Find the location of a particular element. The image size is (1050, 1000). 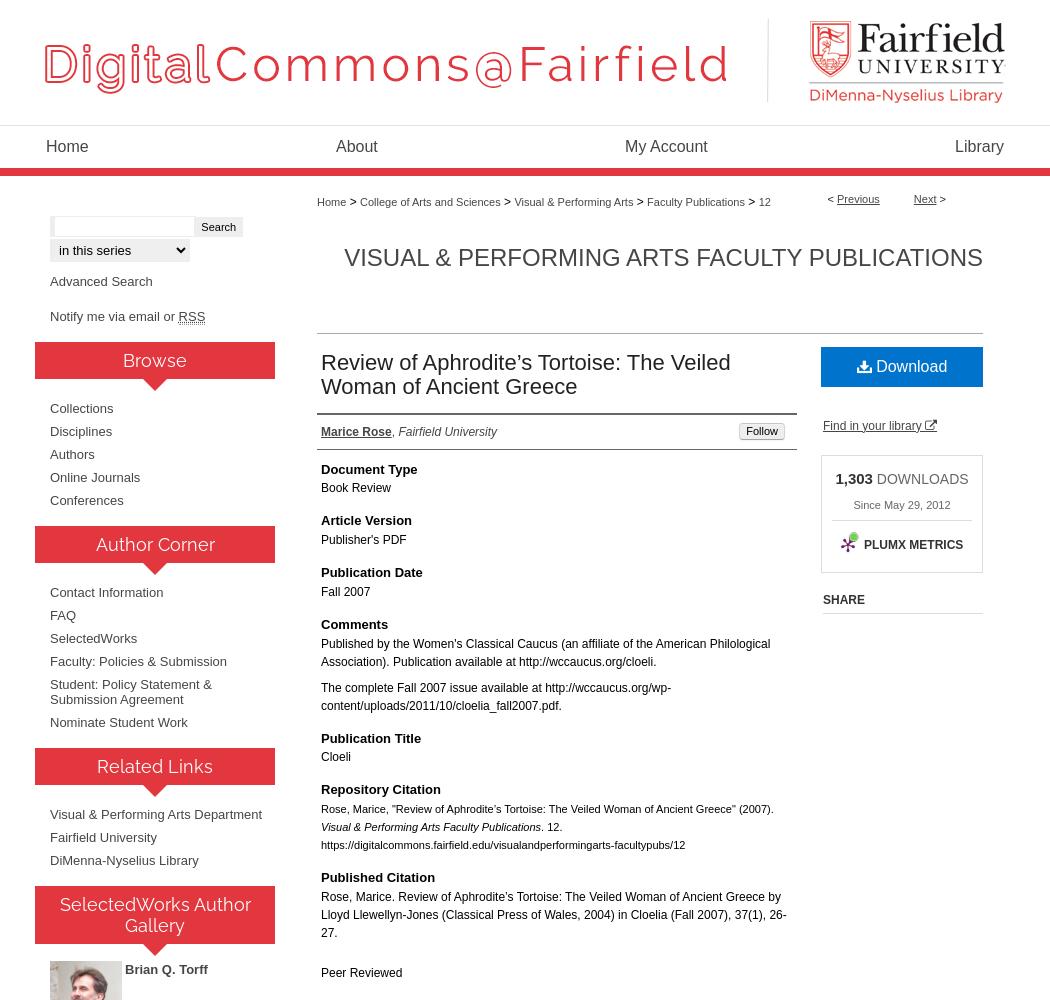

'Conferences' is located at coordinates (48, 498).